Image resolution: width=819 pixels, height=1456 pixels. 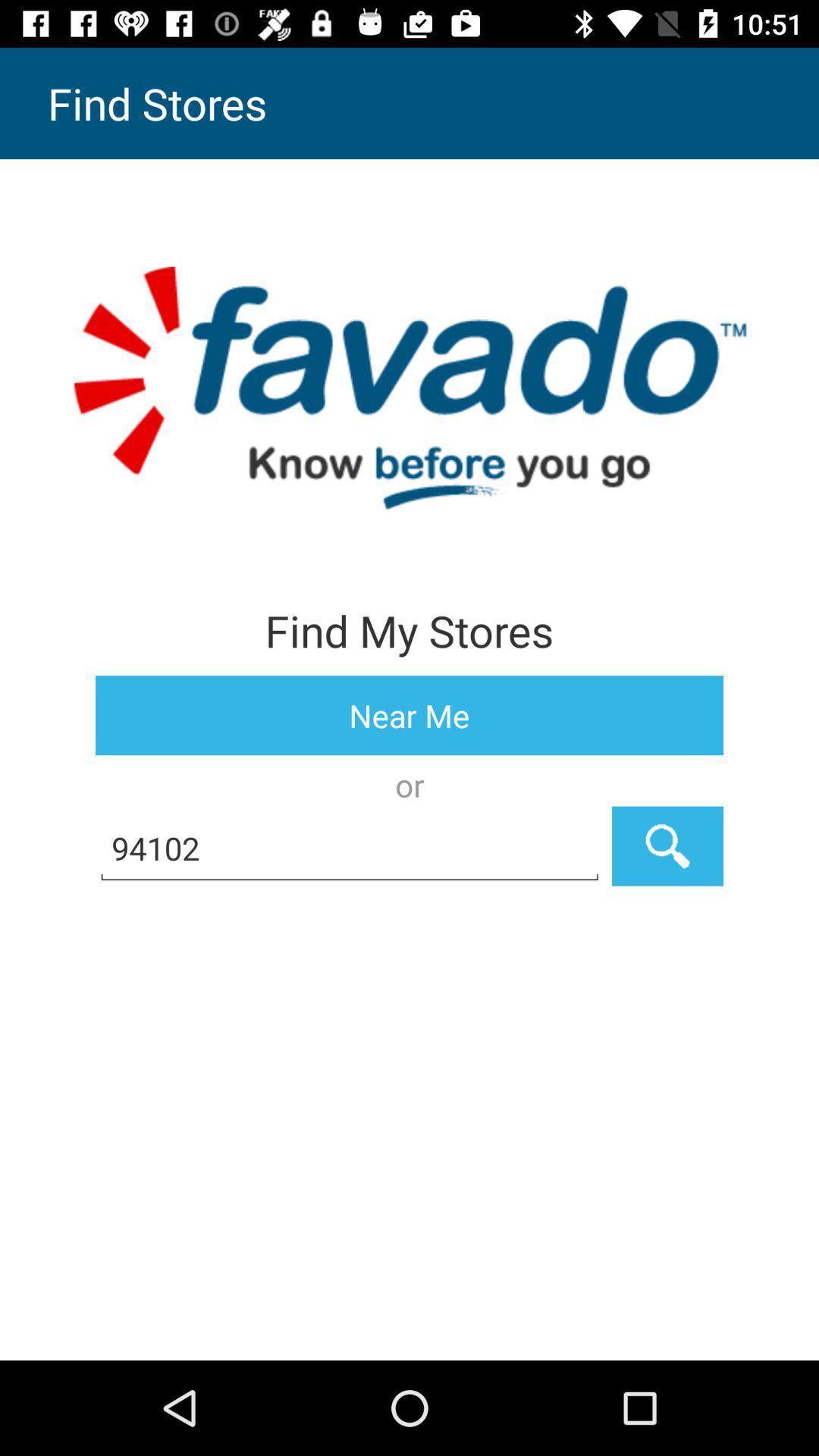 What do you see at coordinates (667, 846) in the screenshot?
I see `confirm search` at bounding box center [667, 846].